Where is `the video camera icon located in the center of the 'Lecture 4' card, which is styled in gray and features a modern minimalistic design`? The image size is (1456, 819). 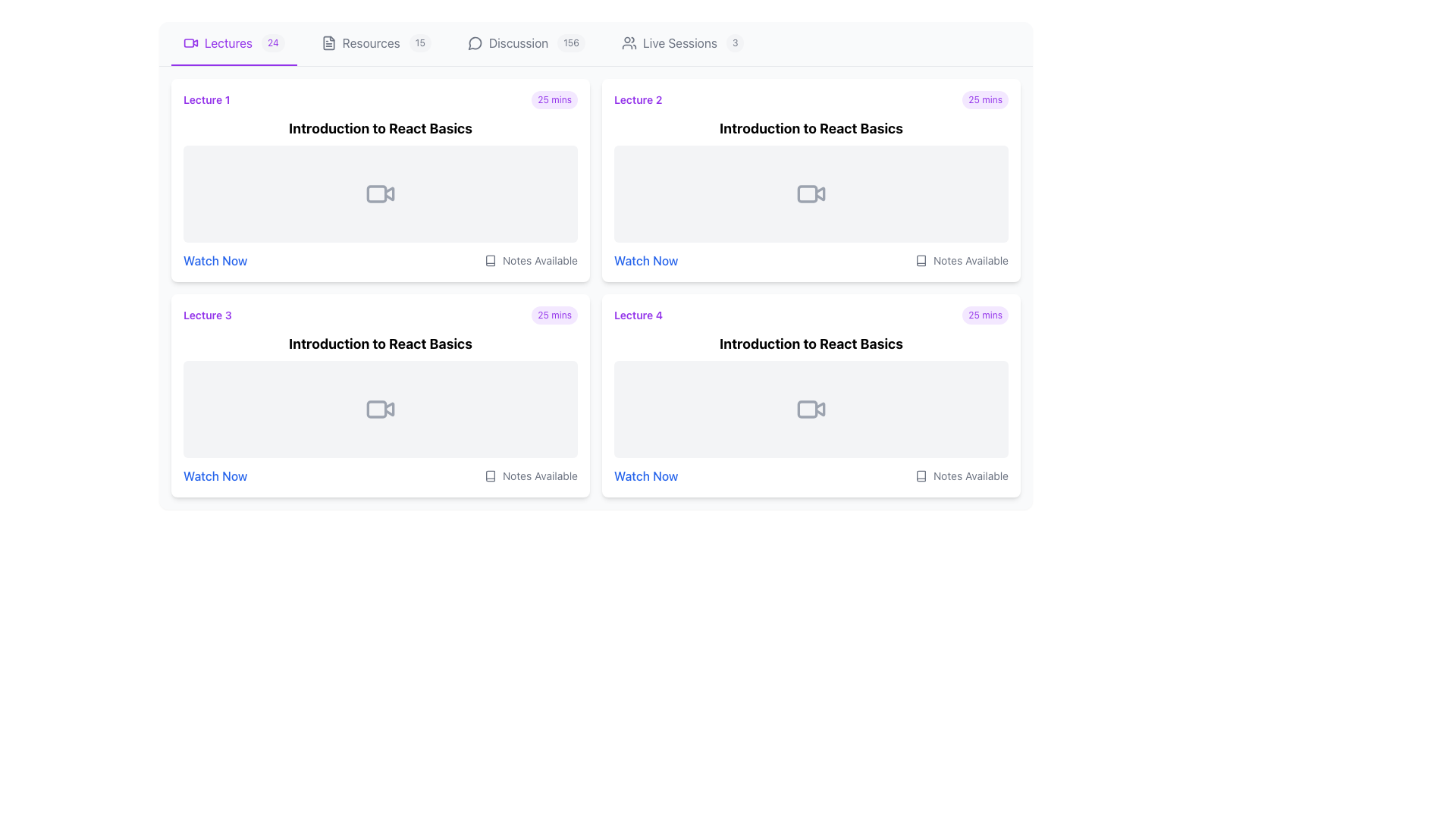 the video camera icon located in the center of the 'Lecture 4' card, which is styled in gray and features a modern minimalistic design is located at coordinates (811, 409).